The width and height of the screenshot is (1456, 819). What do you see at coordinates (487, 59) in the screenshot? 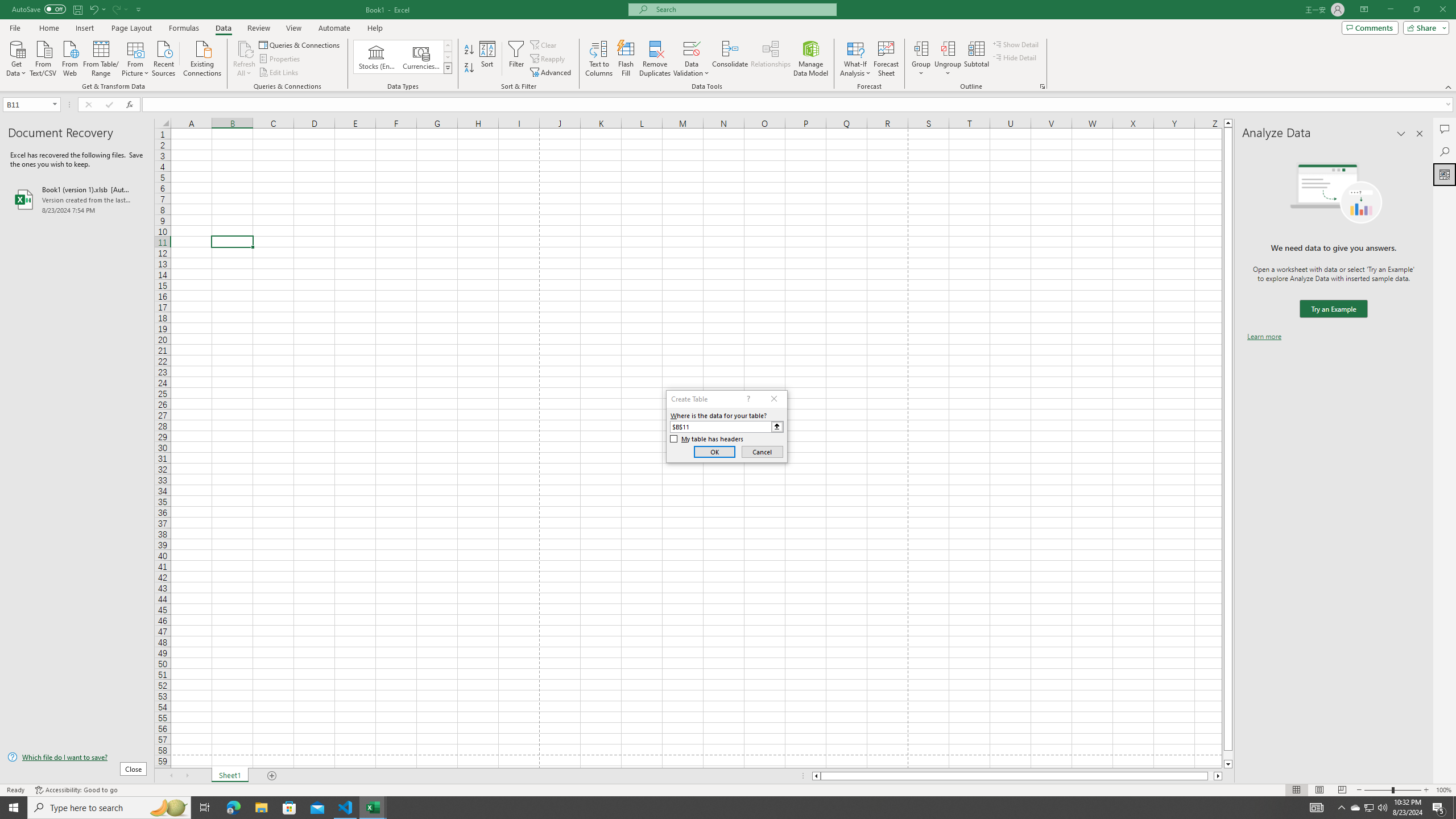
I see `'Sort...'` at bounding box center [487, 59].